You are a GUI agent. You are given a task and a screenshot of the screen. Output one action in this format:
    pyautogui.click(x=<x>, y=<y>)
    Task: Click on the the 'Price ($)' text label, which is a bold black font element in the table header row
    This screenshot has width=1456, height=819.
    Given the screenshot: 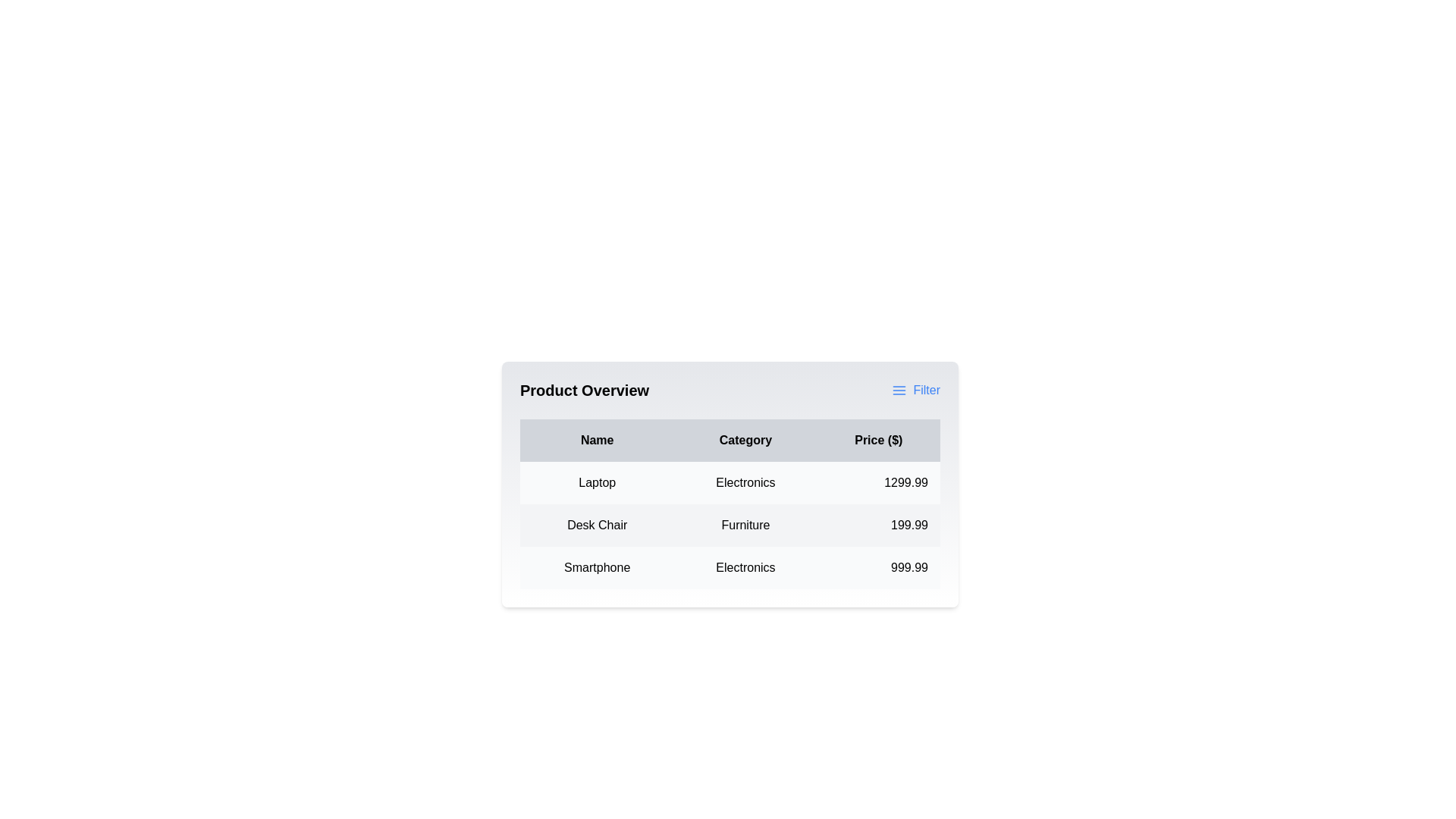 What is the action you would take?
    pyautogui.click(x=878, y=441)
    